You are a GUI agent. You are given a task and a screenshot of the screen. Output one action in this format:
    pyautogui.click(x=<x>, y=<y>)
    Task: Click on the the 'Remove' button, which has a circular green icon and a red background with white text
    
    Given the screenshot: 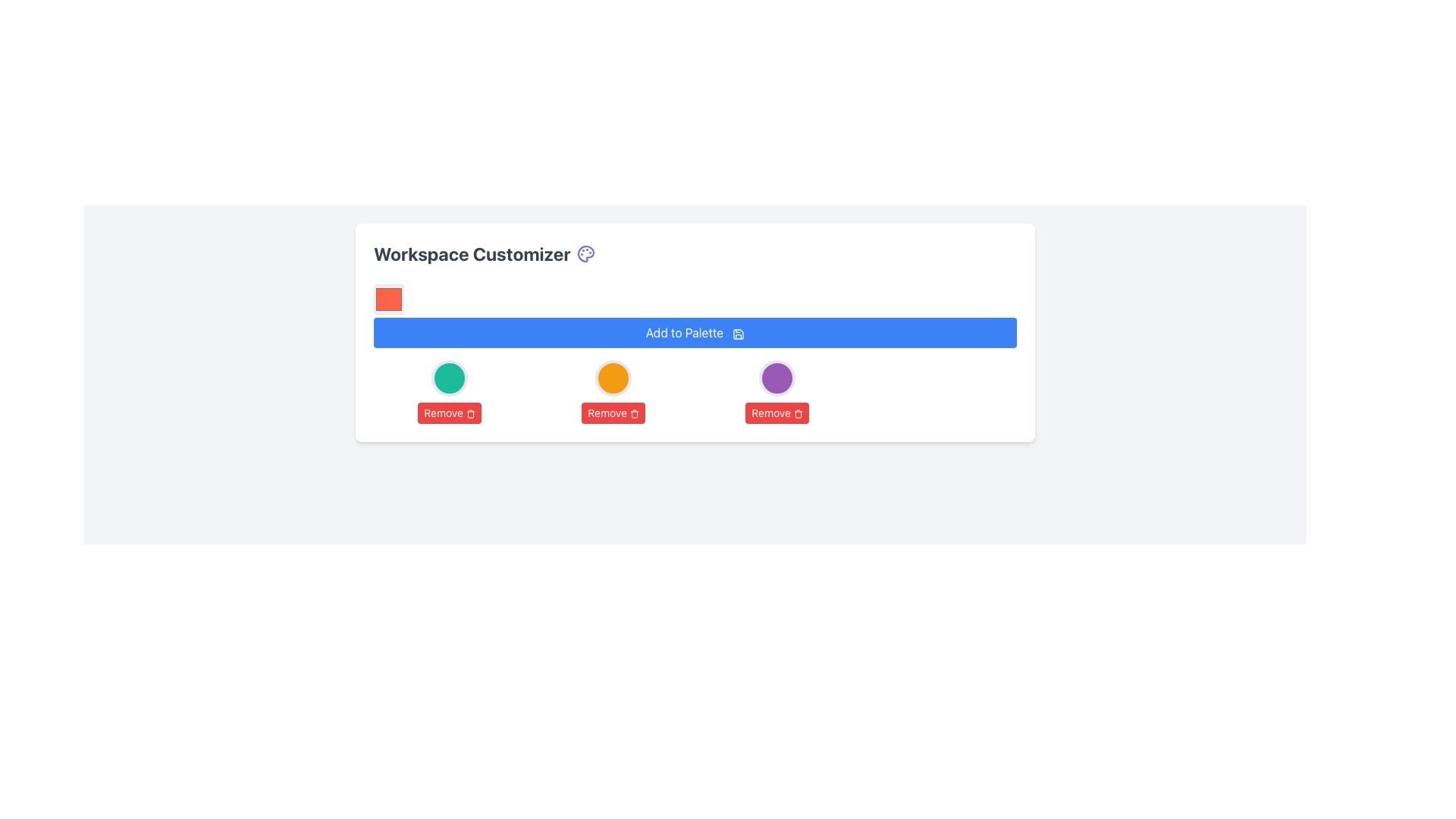 What is the action you would take?
    pyautogui.click(x=449, y=391)
    